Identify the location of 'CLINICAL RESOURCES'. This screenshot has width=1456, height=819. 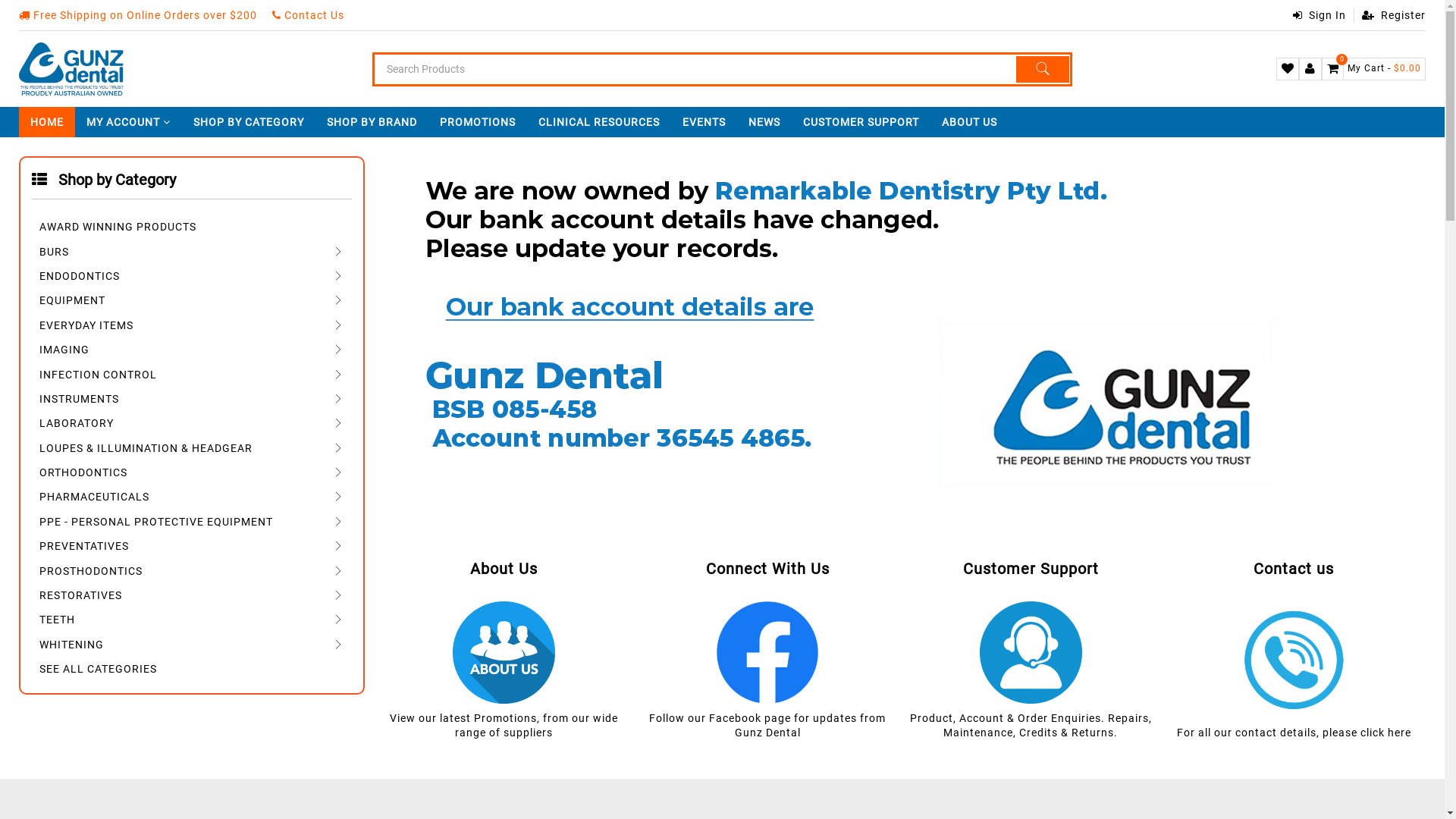
(527, 121).